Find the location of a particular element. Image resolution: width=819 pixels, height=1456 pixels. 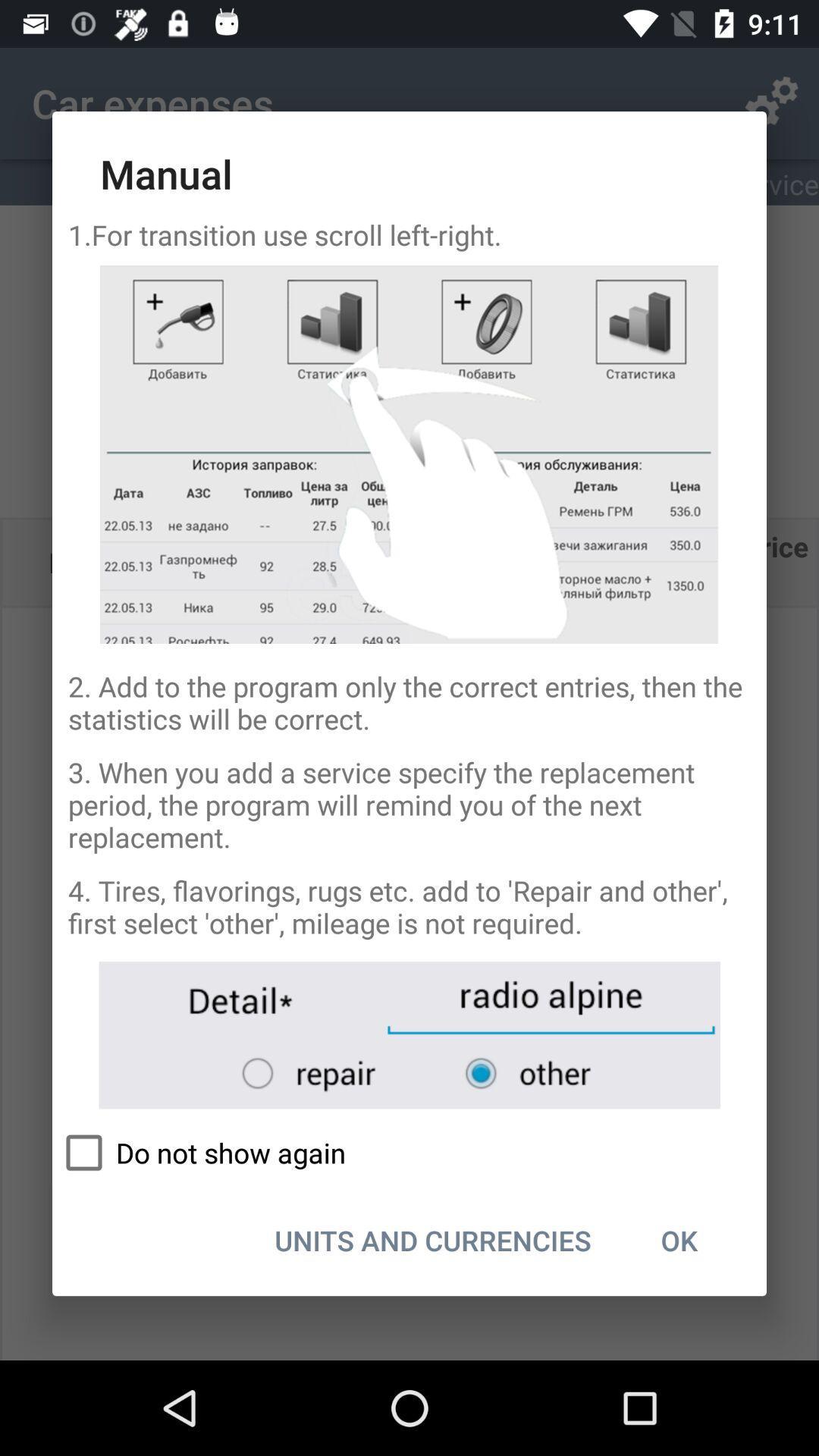

ok at the bottom right corner is located at coordinates (678, 1240).